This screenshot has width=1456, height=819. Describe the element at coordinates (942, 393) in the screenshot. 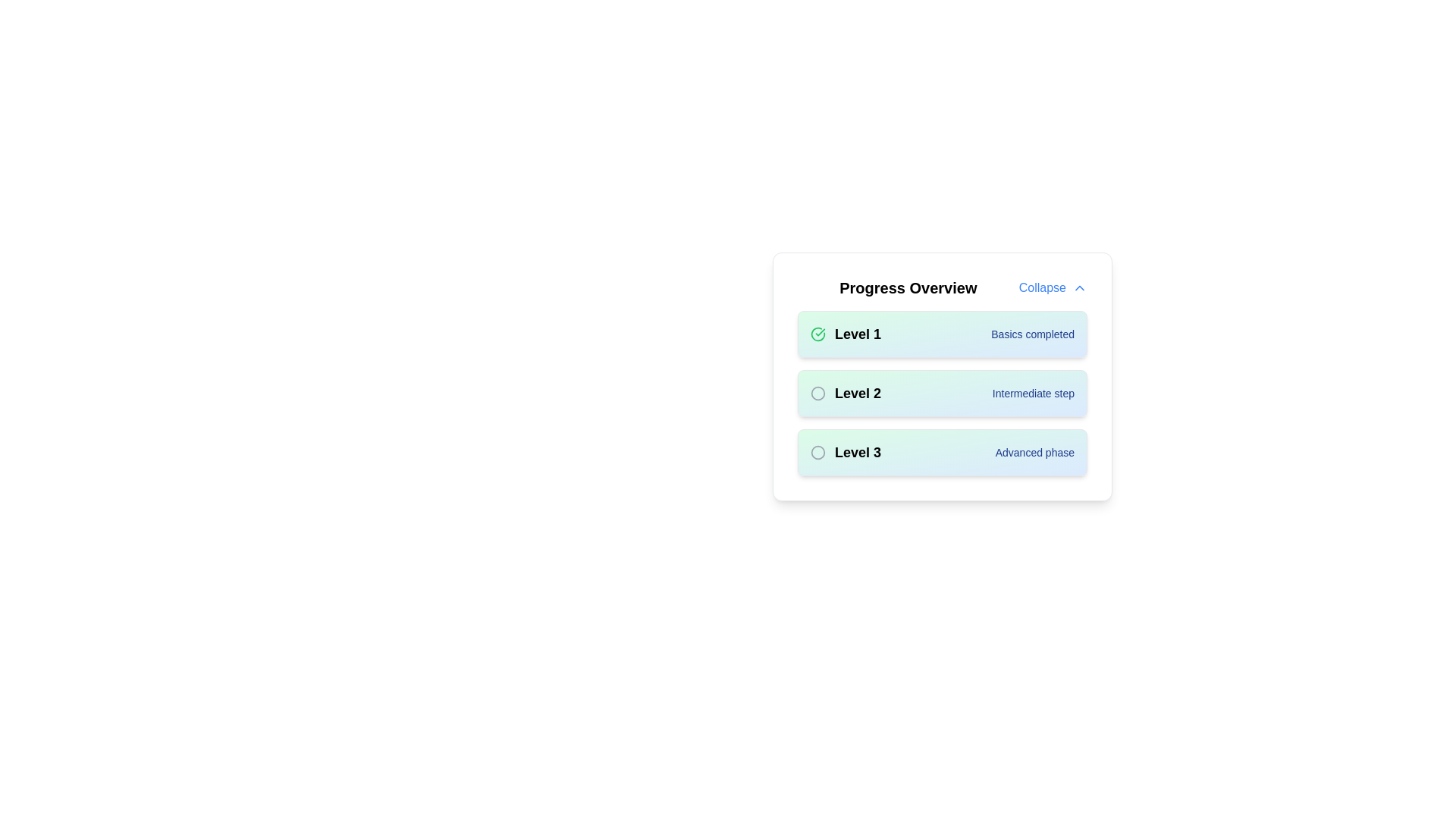

I see `the Progress level item located centrally in the progress overview section, positioned between 'Level 1' and 'Level 3'` at that location.